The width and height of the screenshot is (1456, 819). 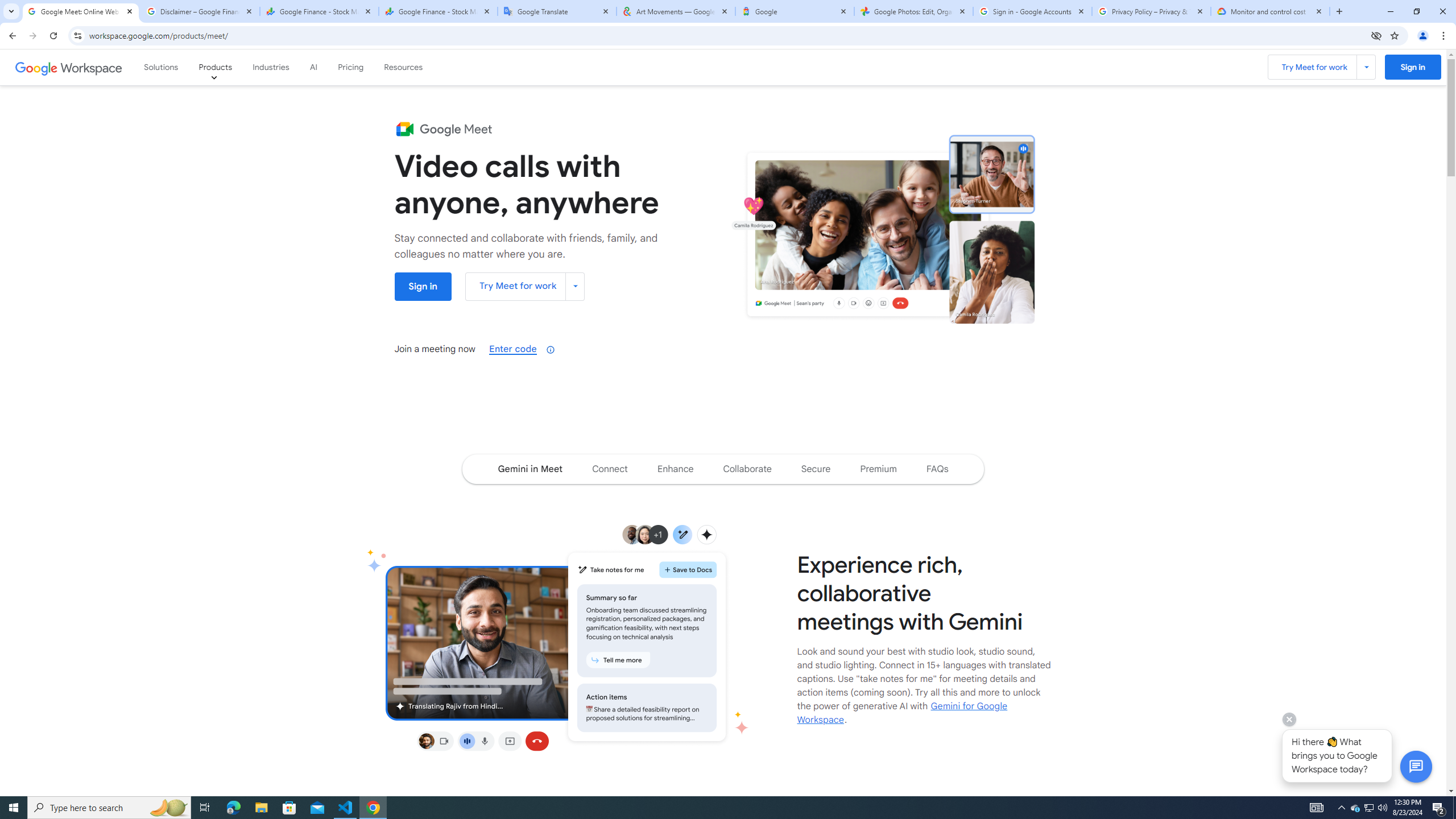 What do you see at coordinates (215, 67) in the screenshot?
I see `'Products'` at bounding box center [215, 67].